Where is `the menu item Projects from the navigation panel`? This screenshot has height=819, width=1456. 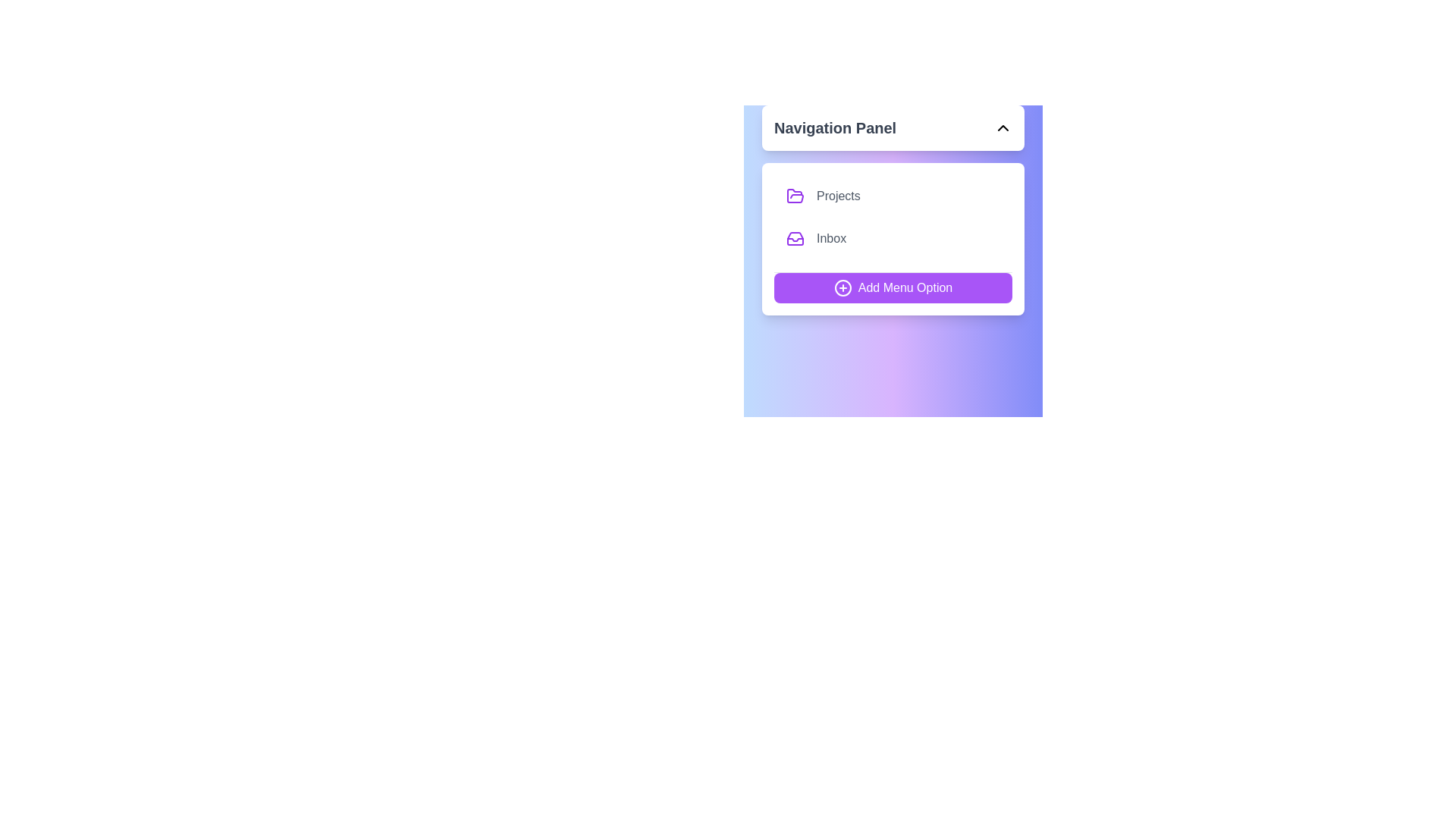 the menu item Projects from the navigation panel is located at coordinates (893, 195).